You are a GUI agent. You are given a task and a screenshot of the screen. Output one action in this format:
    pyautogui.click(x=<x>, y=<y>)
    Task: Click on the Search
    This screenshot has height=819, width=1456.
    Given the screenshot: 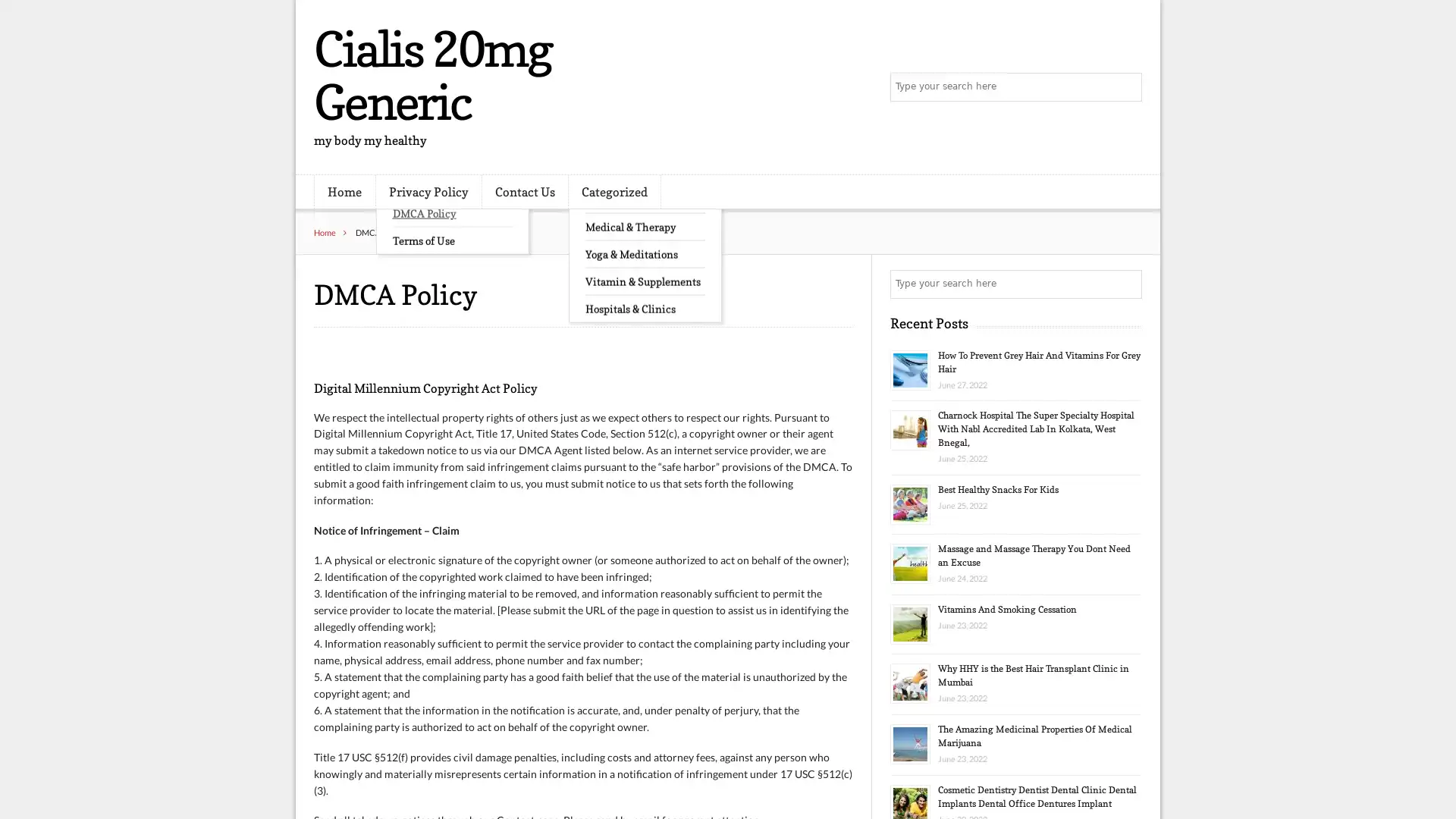 What is the action you would take?
    pyautogui.click(x=1126, y=284)
    